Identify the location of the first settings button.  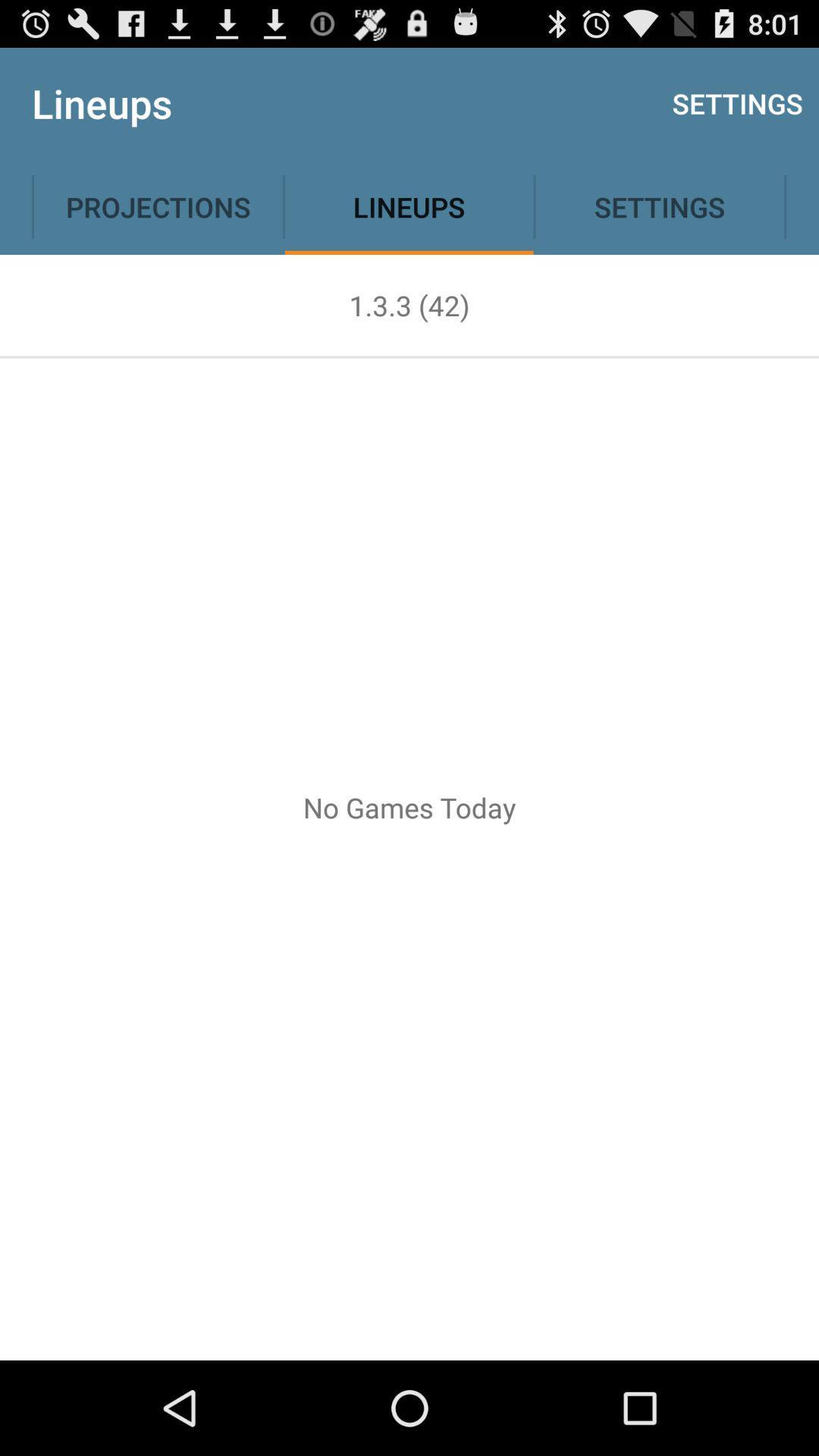
(736, 103).